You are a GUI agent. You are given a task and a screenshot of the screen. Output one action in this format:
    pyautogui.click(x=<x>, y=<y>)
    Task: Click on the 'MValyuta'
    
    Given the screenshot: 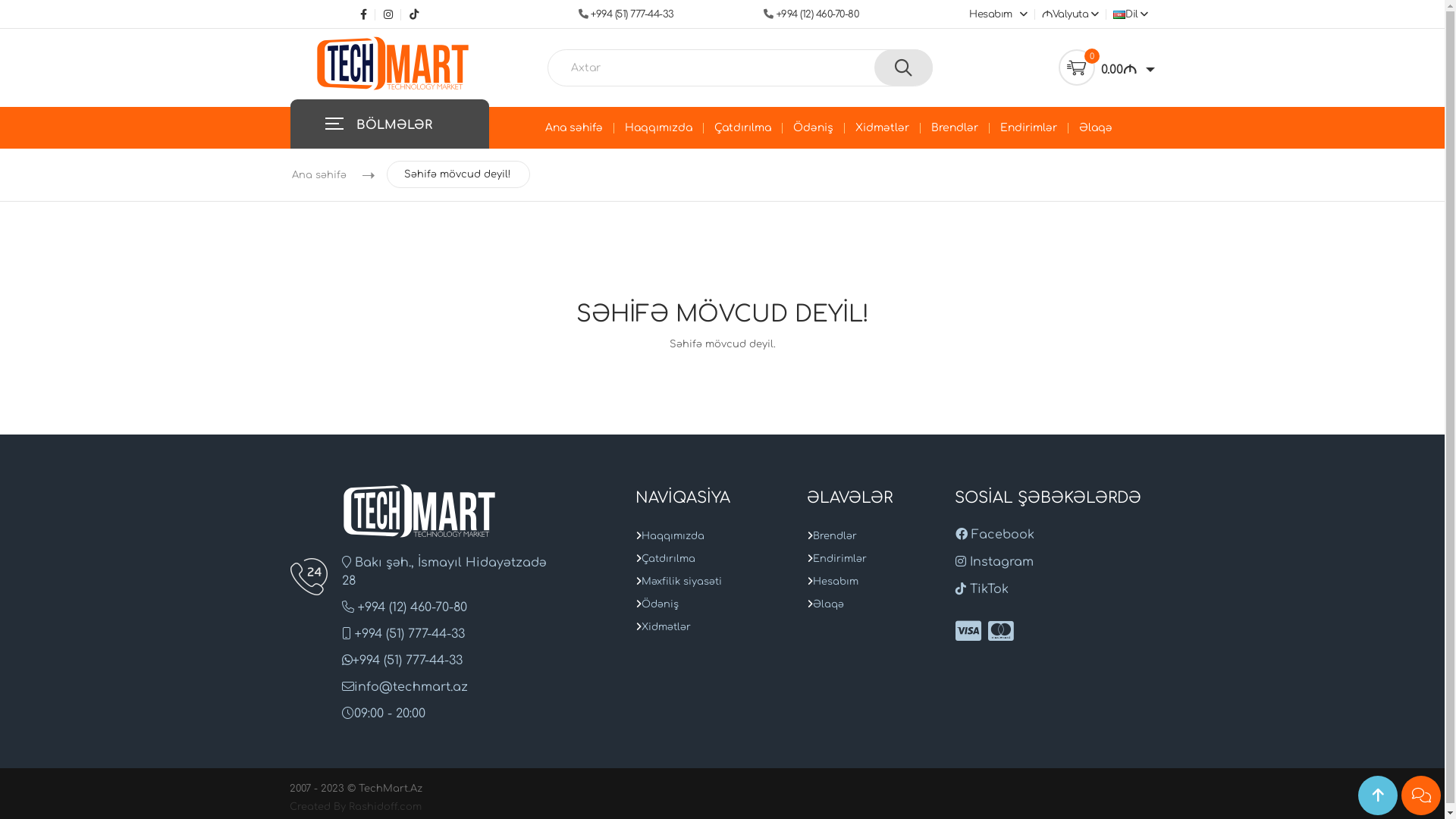 What is the action you would take?
    pyautogui.click(x=1068, y=14)
    